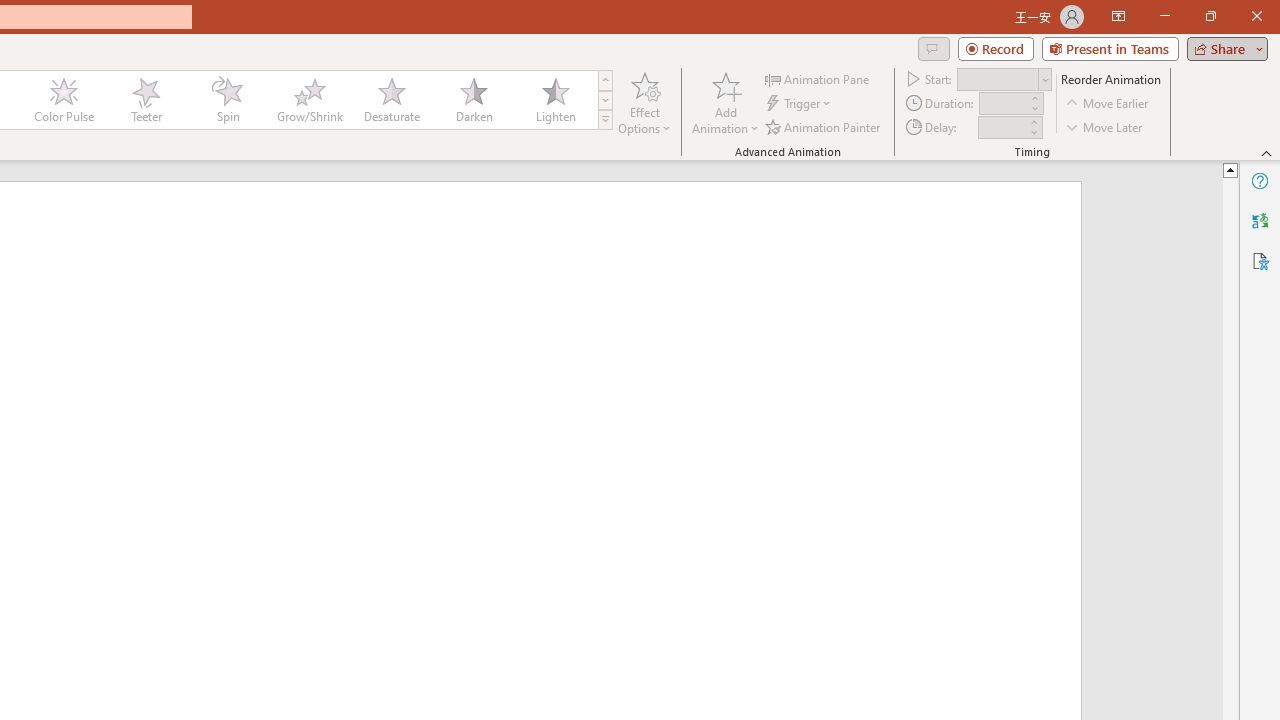 Image resolution: width=1280 pixels, height=720 pixels. I want to click on 'Color Pulse', so click(64, 100).